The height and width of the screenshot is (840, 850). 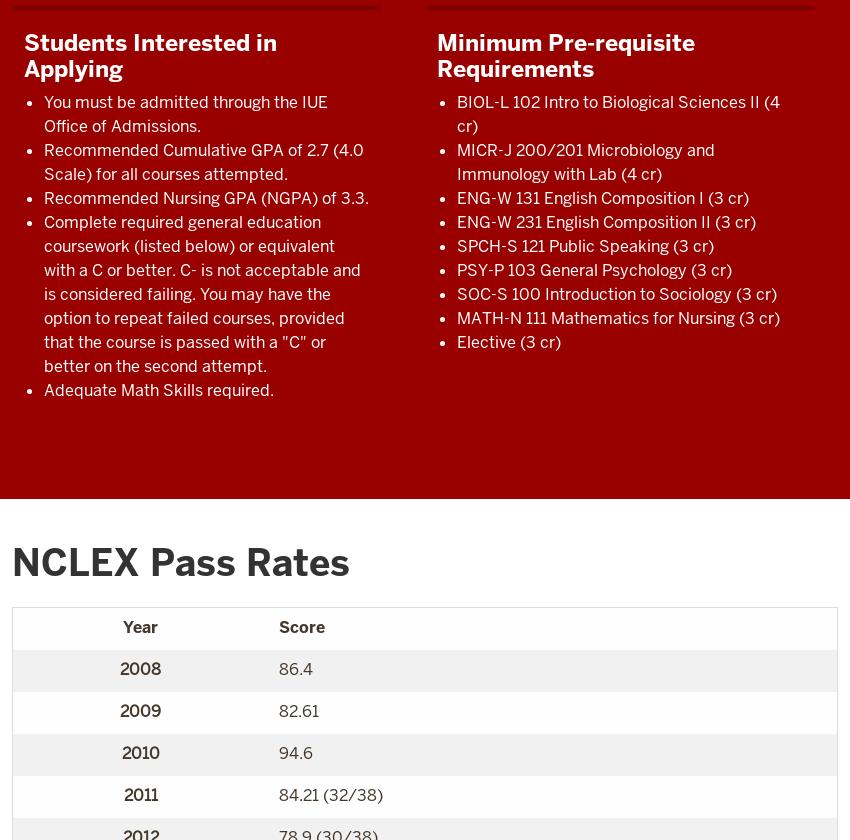 What do you see at coordinates (121, 626) in the screenshot?
I see `'Year'` at bounding box center [121, 626].